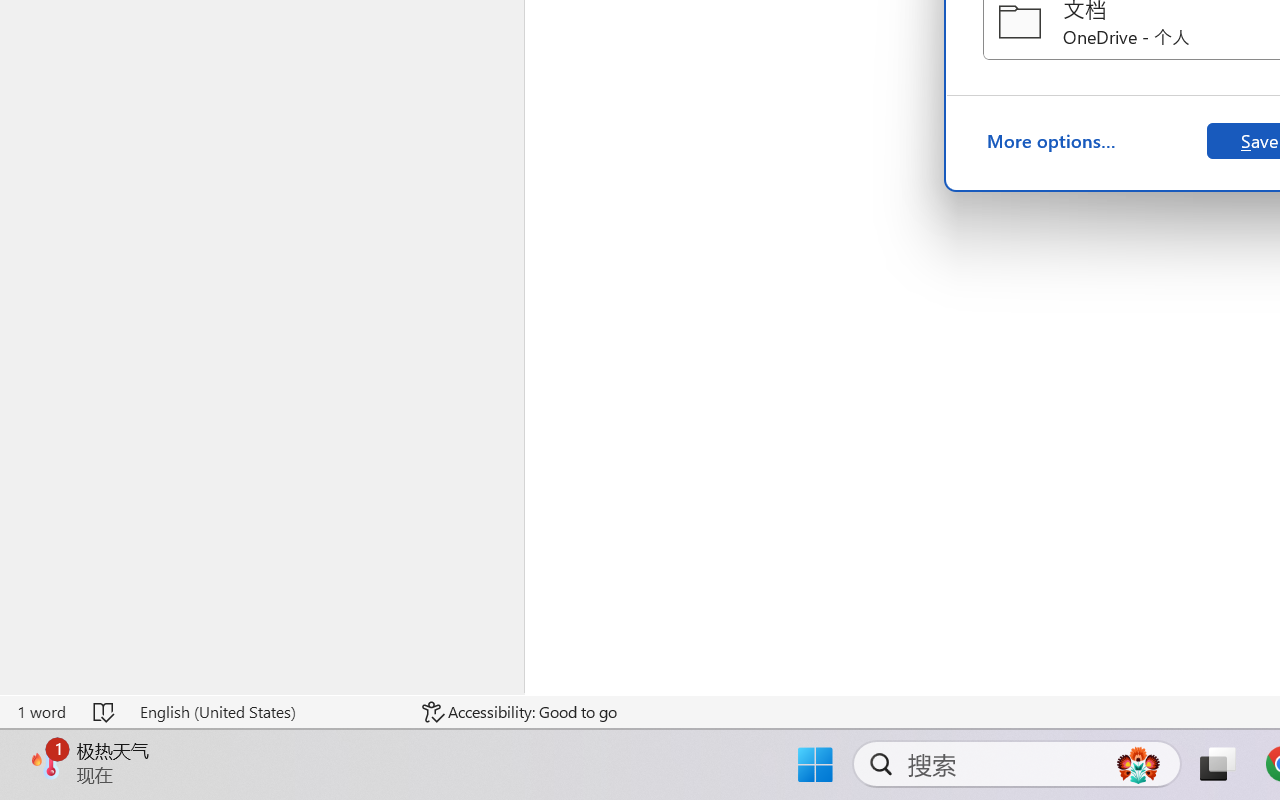 The image size is (1280, 800). What do you see at coordinates (104, 711) in the screenshot?
I see `'Spelling and Grammar Check No Errors'` at bounding box center [104, 711].